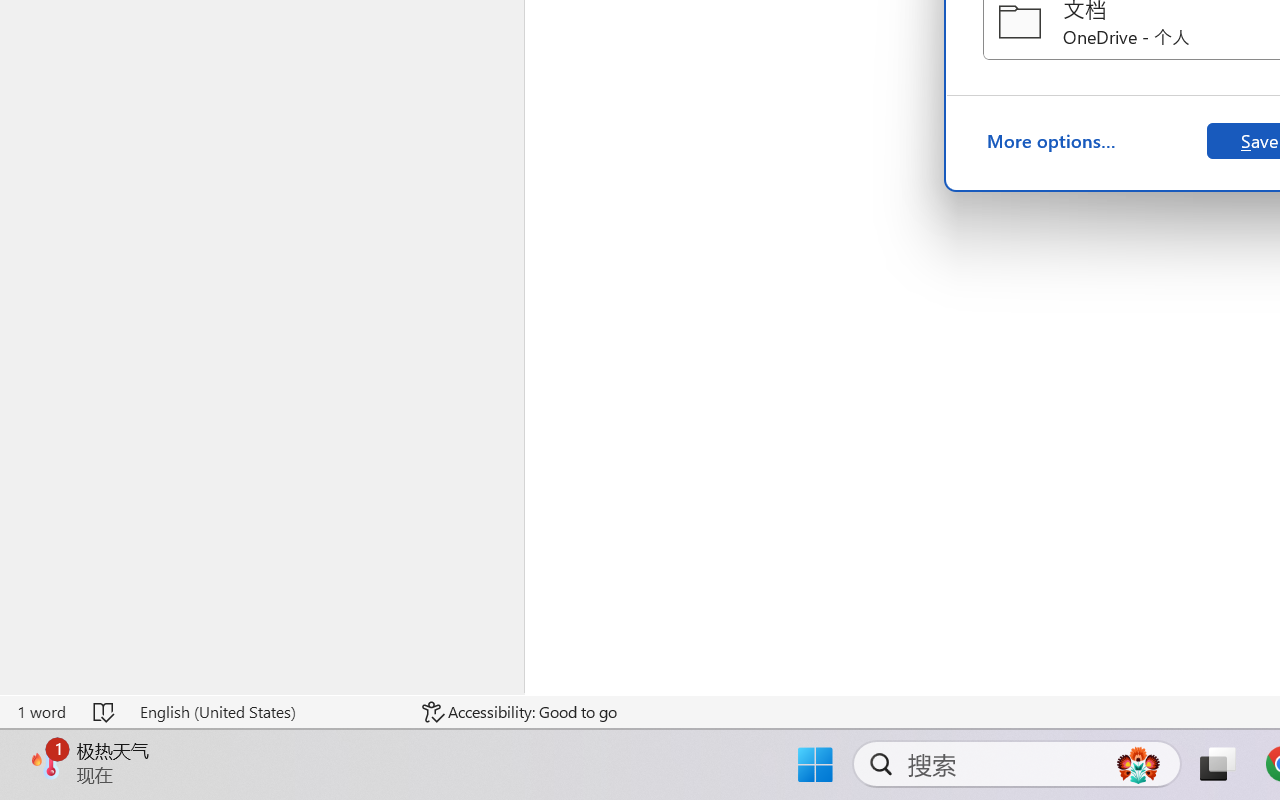 The image size is (1280, 800). What do you see at coordinates (104, 711) in the screenshot?
I see `'Spelling and Grammar Check No Errors'` at bounding box center [104, 711].